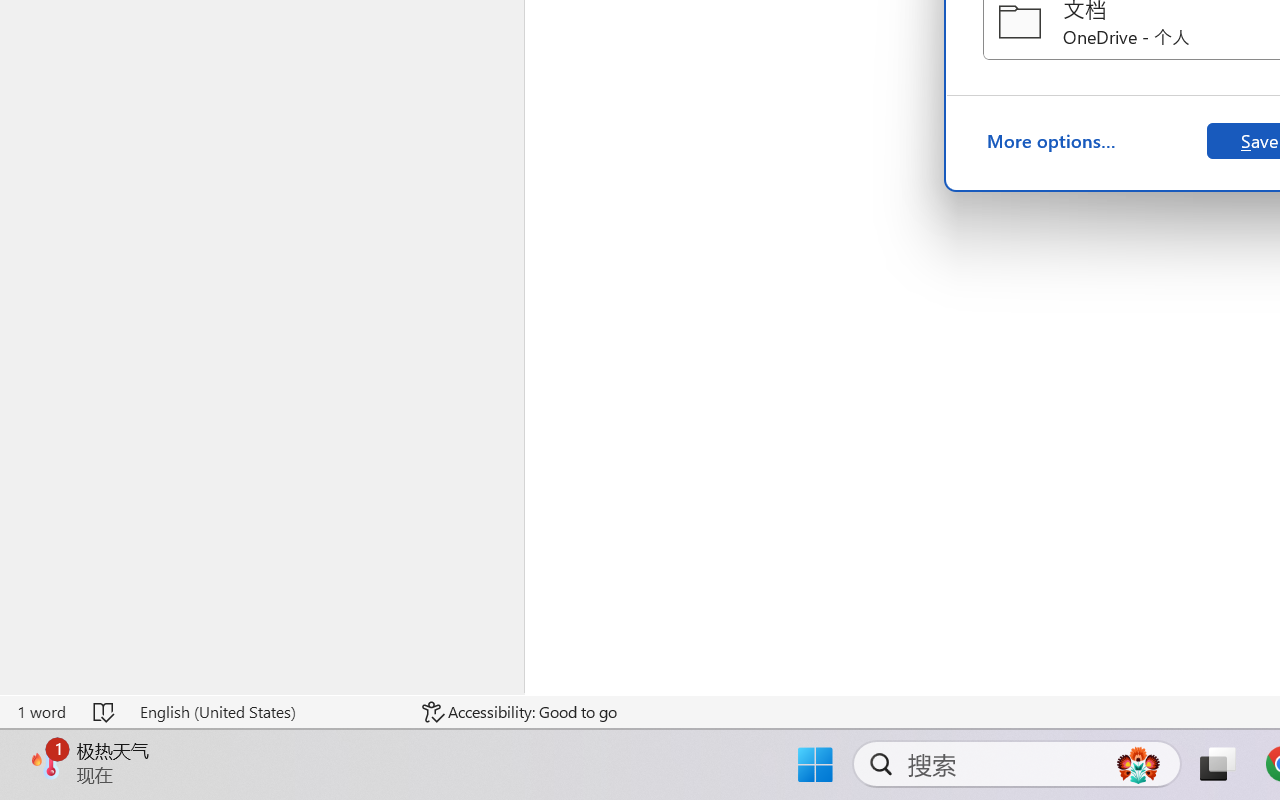 The image size is (1280, 800). What do you see at coordinates (104, 711) in the screenshot?
I see `'Spelling and Grammar Check No Errors'` at bounding box center [104, 711].